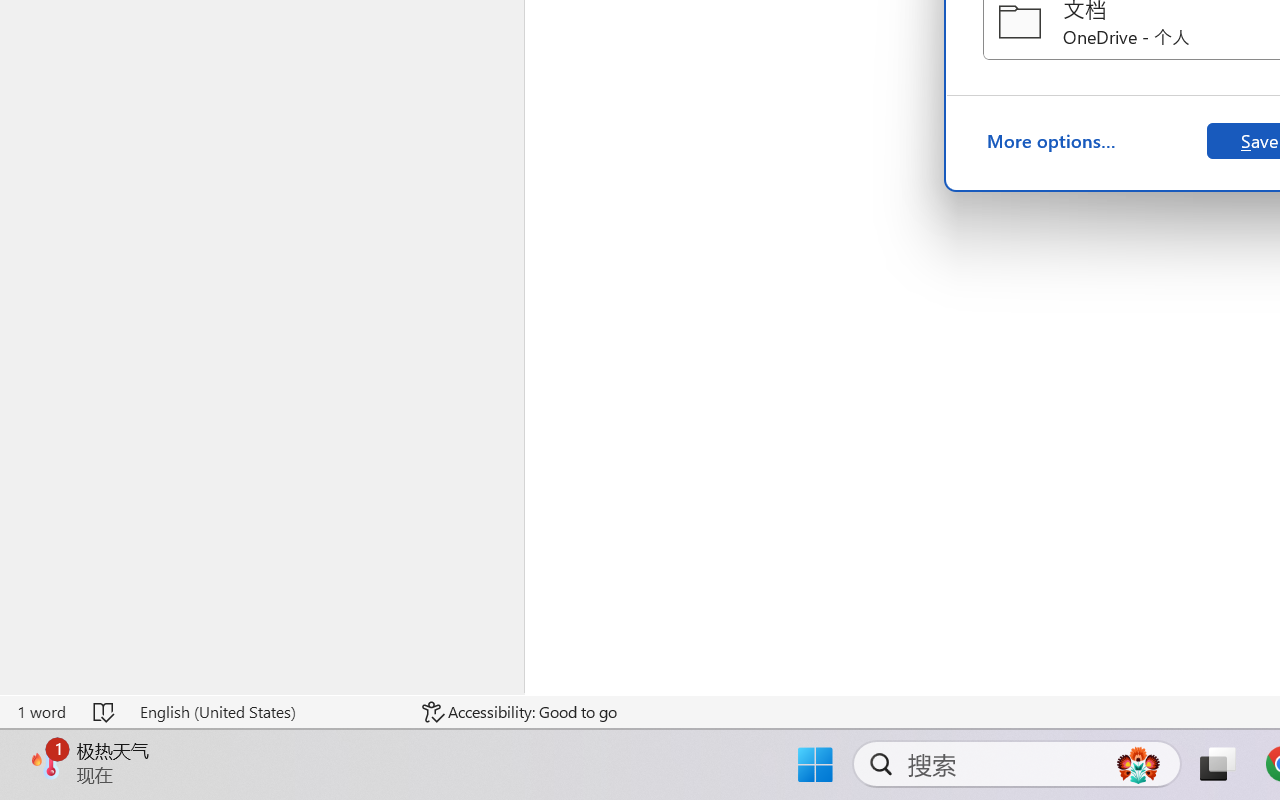 The image size is (1280, 800). What do you see at coordinates (104, 711) in the screenshot?
I see `'Spelling and Grammar Check No Errors'` at bounding box center [104, 711].